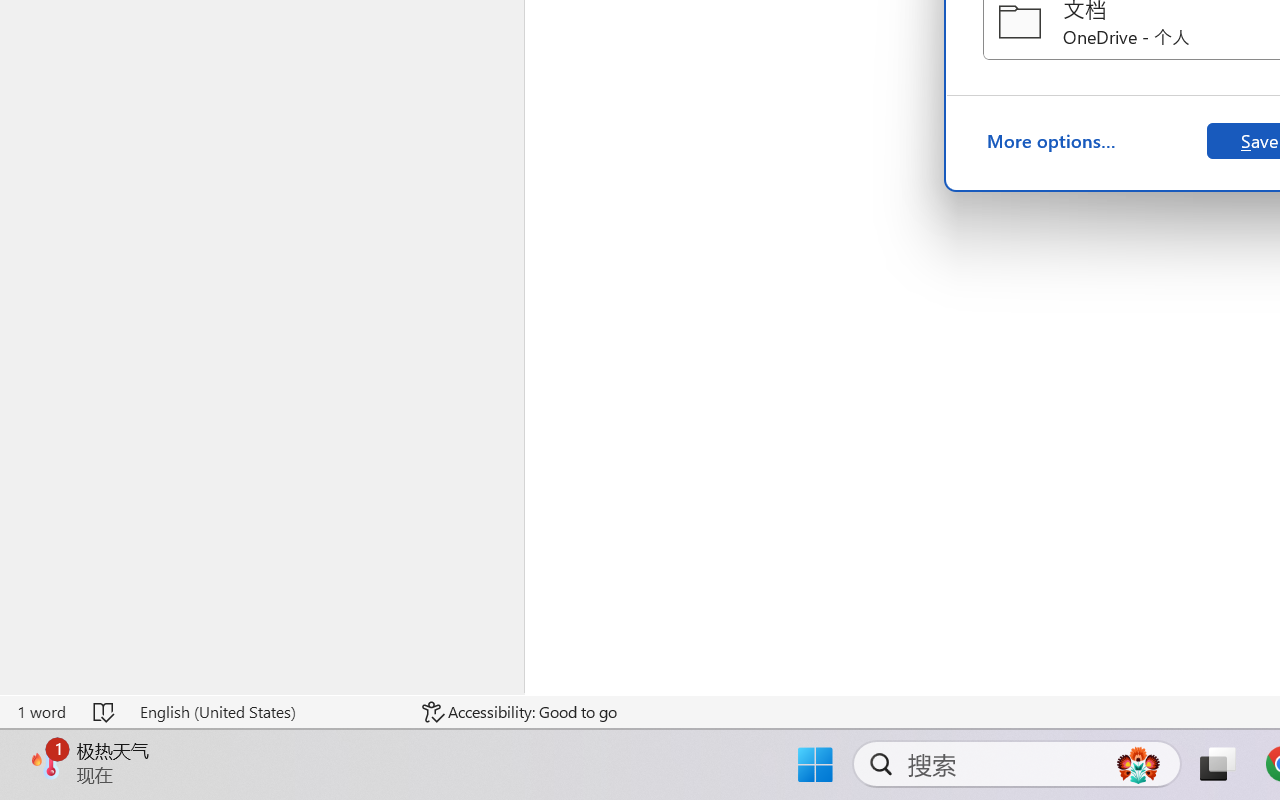 The image size is (1280, 800). What do you see at coordinates (104, 711) in the screenshot?
I see `'Spelling and Grammar Check No Errors'` at bounding box center [104, 711].